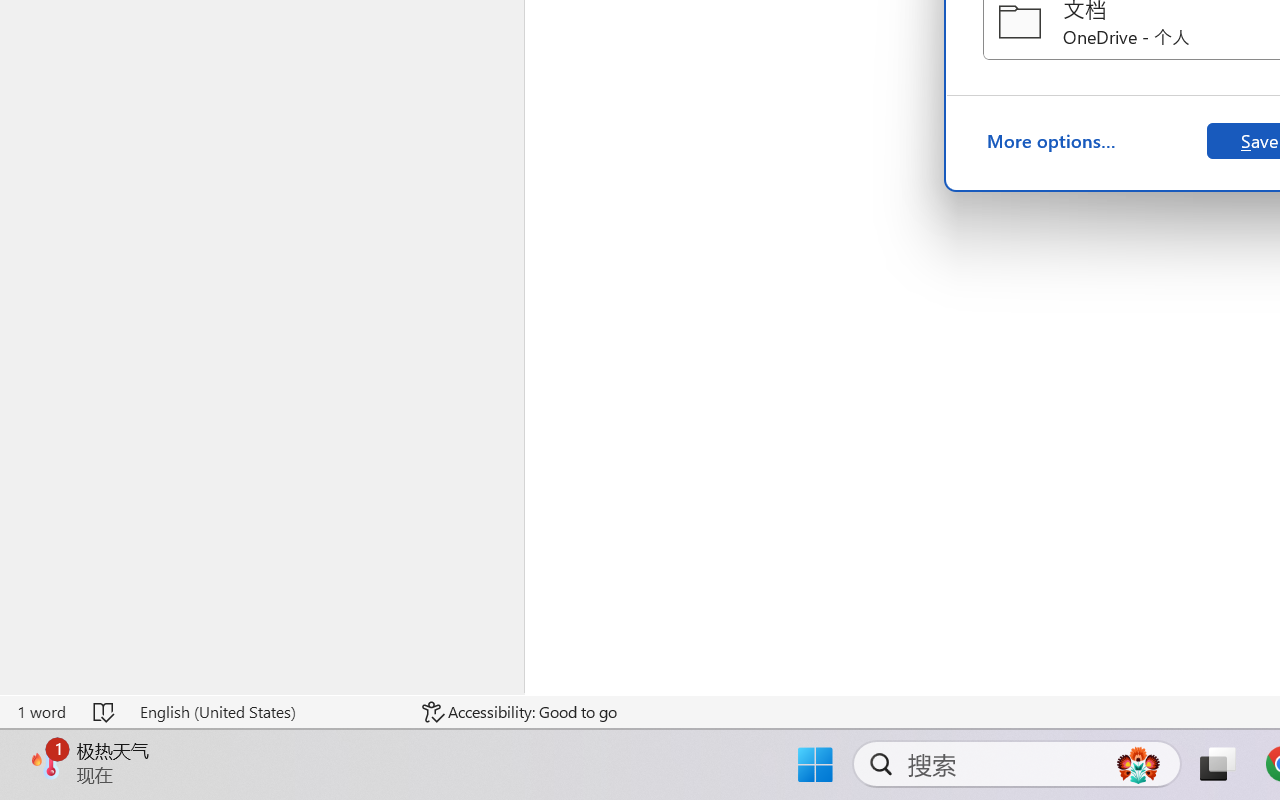 The image size is (1280, 800). What do you see at coordinates (104, 711) in the screenshot?
I see `'Spelling and Grammar Check No Errors'` at bounding box center [104, 711].